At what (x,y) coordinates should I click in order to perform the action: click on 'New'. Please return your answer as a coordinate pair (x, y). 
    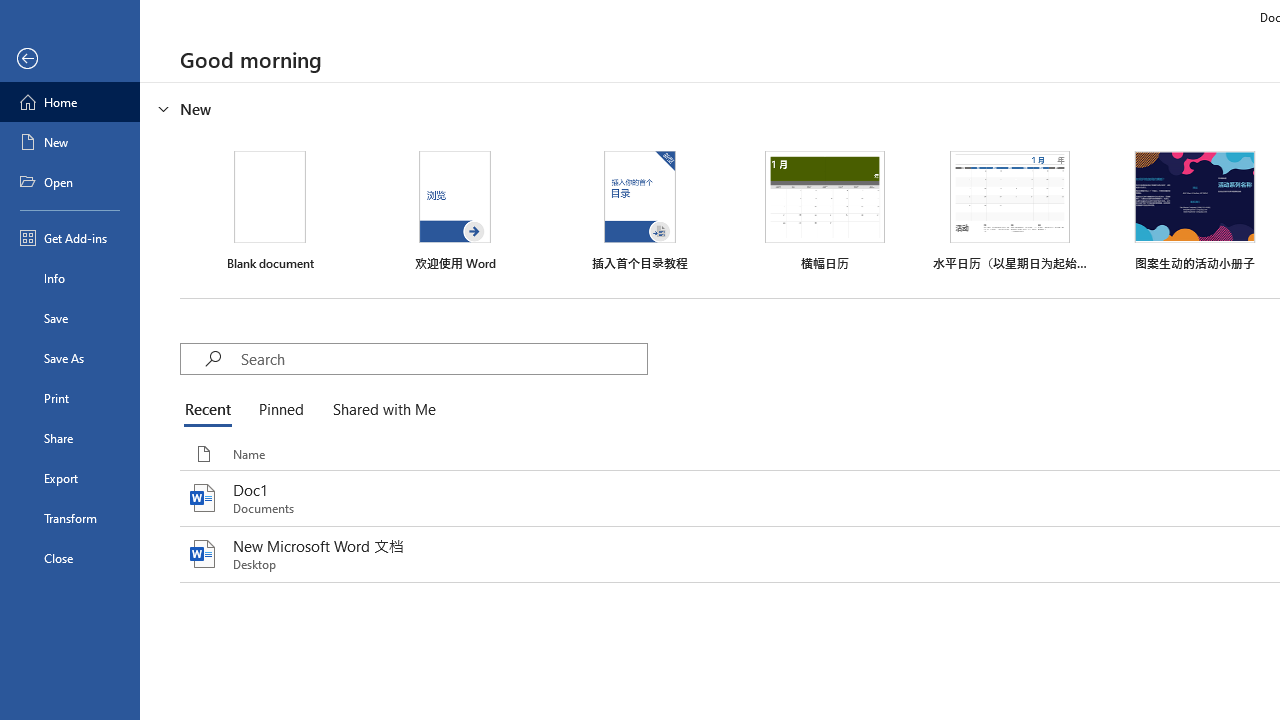
    Looking at the image, I should click on (69, 140).